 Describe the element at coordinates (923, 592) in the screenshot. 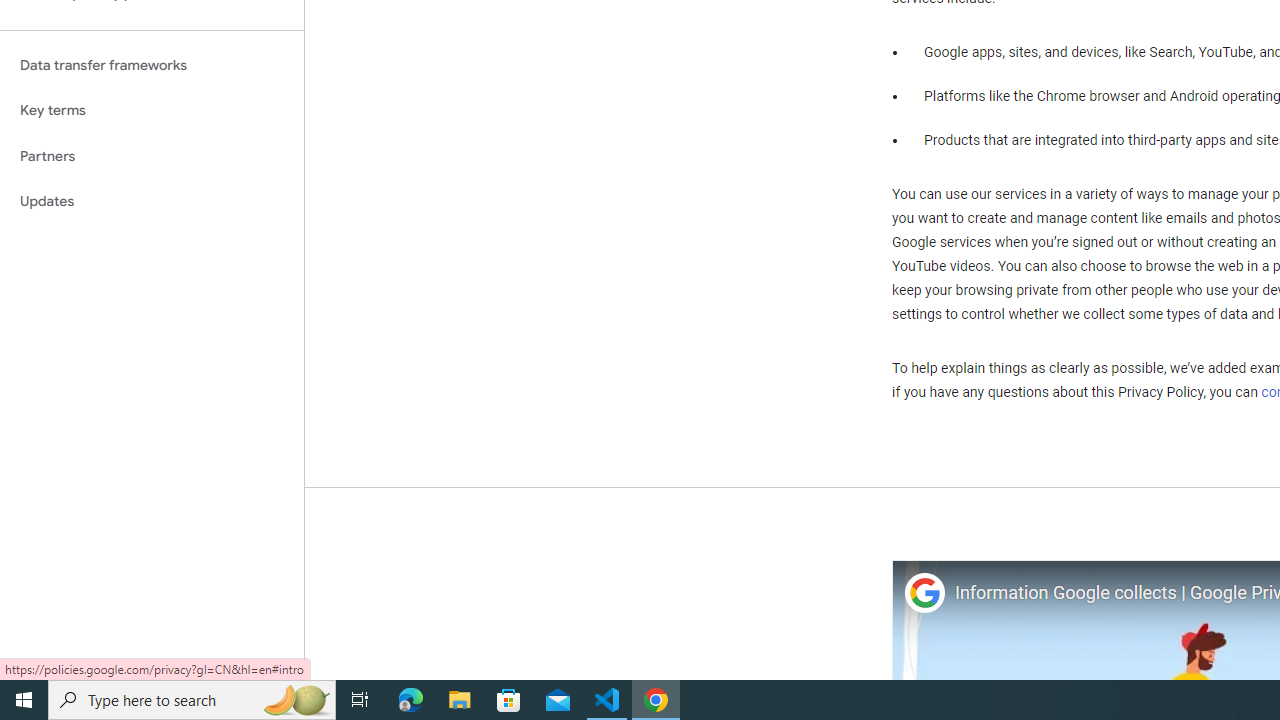

I see `'Photo image of Google'` at that location.